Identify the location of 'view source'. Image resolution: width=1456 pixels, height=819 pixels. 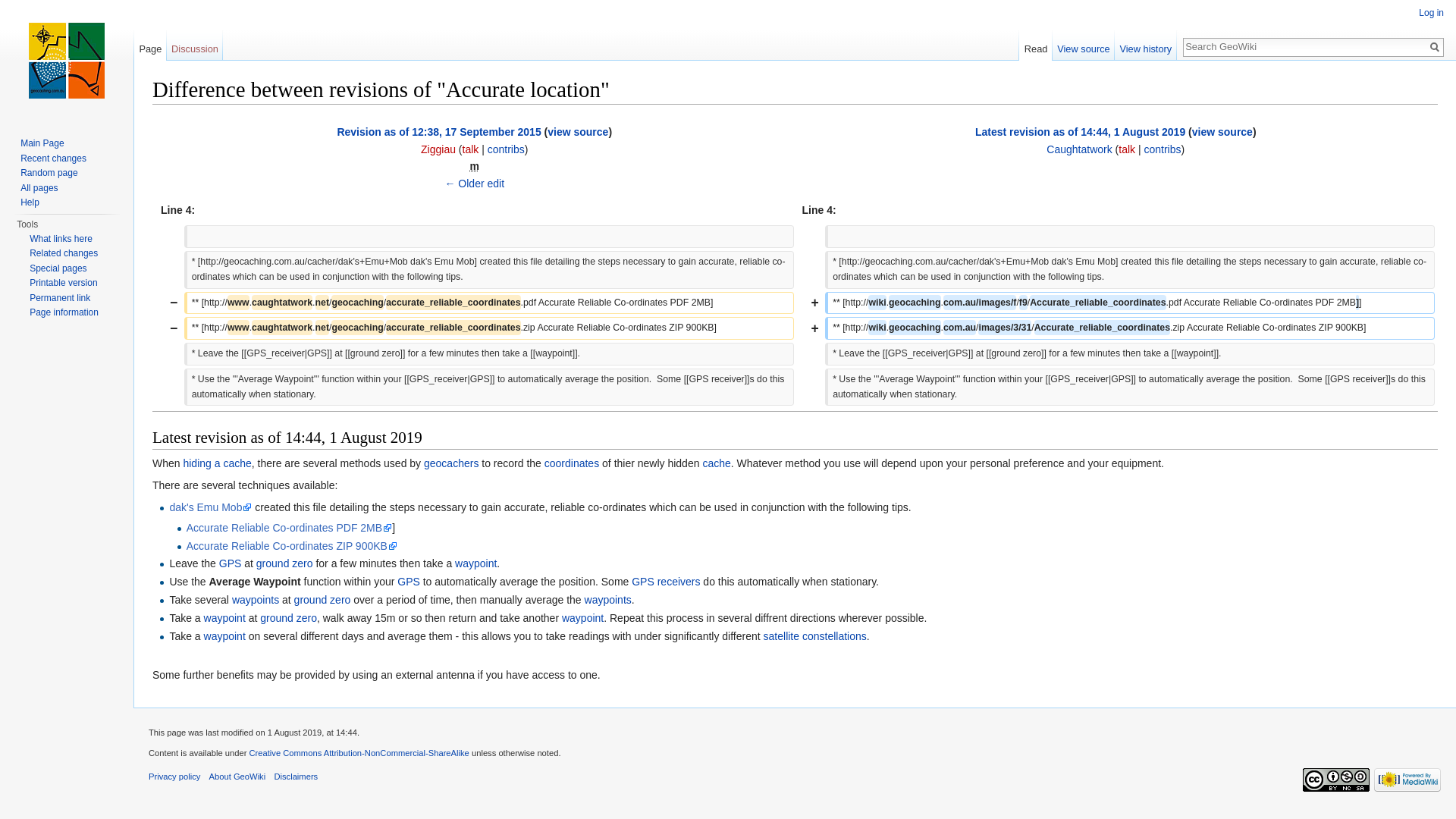
(577, 130).